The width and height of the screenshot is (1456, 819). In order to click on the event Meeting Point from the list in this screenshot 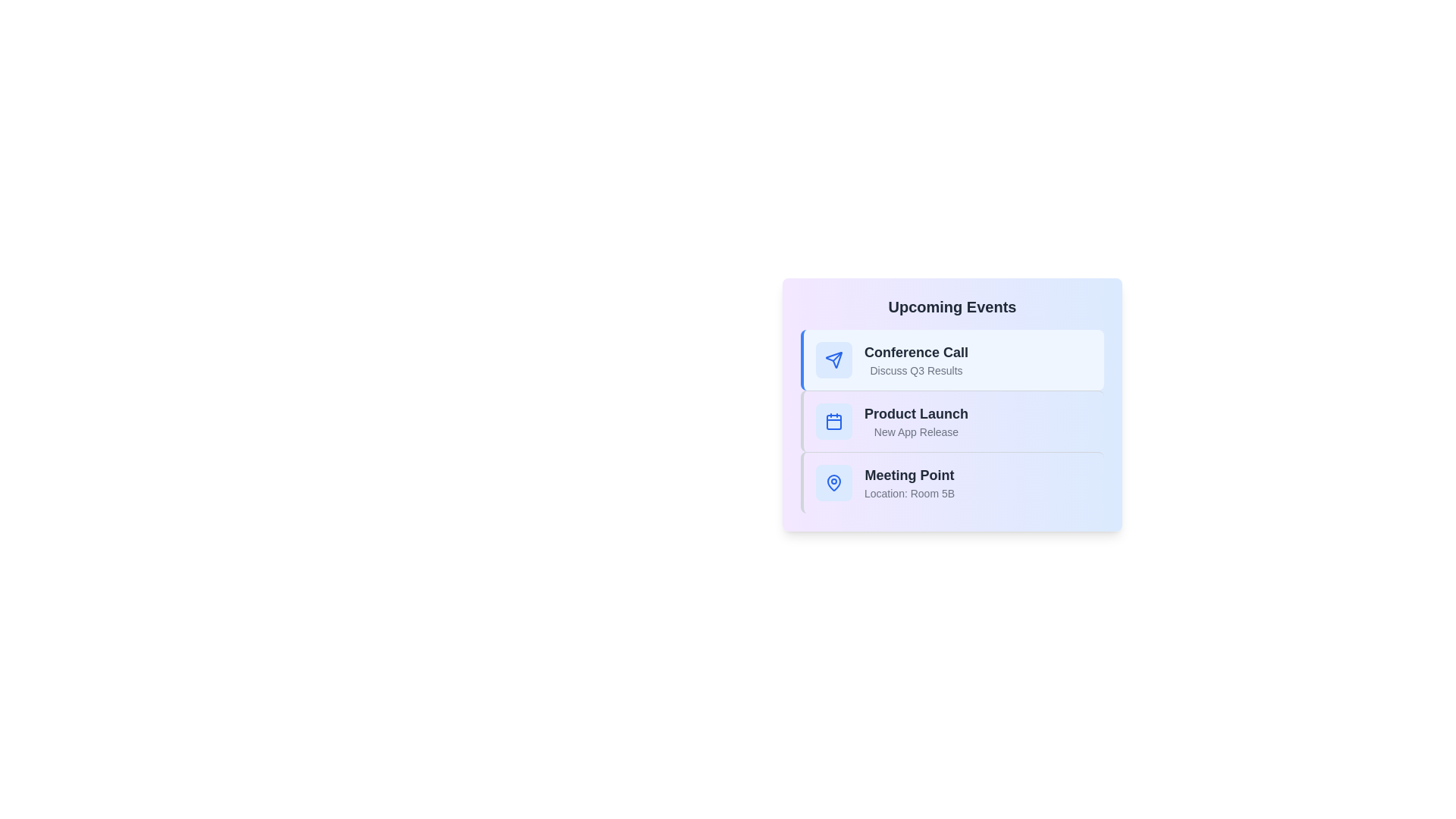, I will do `click(952, 482)`.